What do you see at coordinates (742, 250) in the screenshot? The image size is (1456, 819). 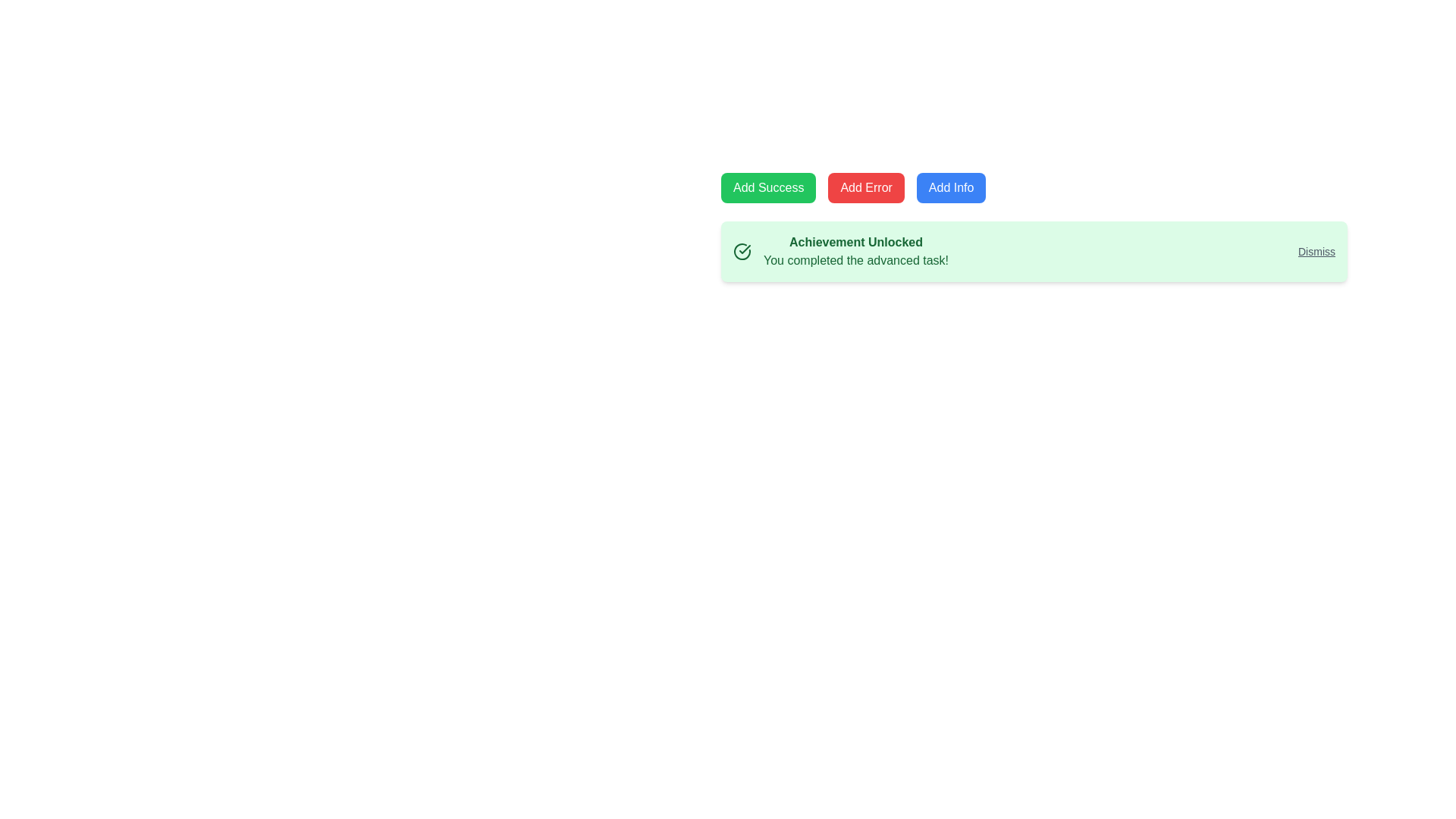 I see `the success indicator icon located within the green notification panel that contains the text 'Achievement Unlocked'` at bounding box center [742, 250].